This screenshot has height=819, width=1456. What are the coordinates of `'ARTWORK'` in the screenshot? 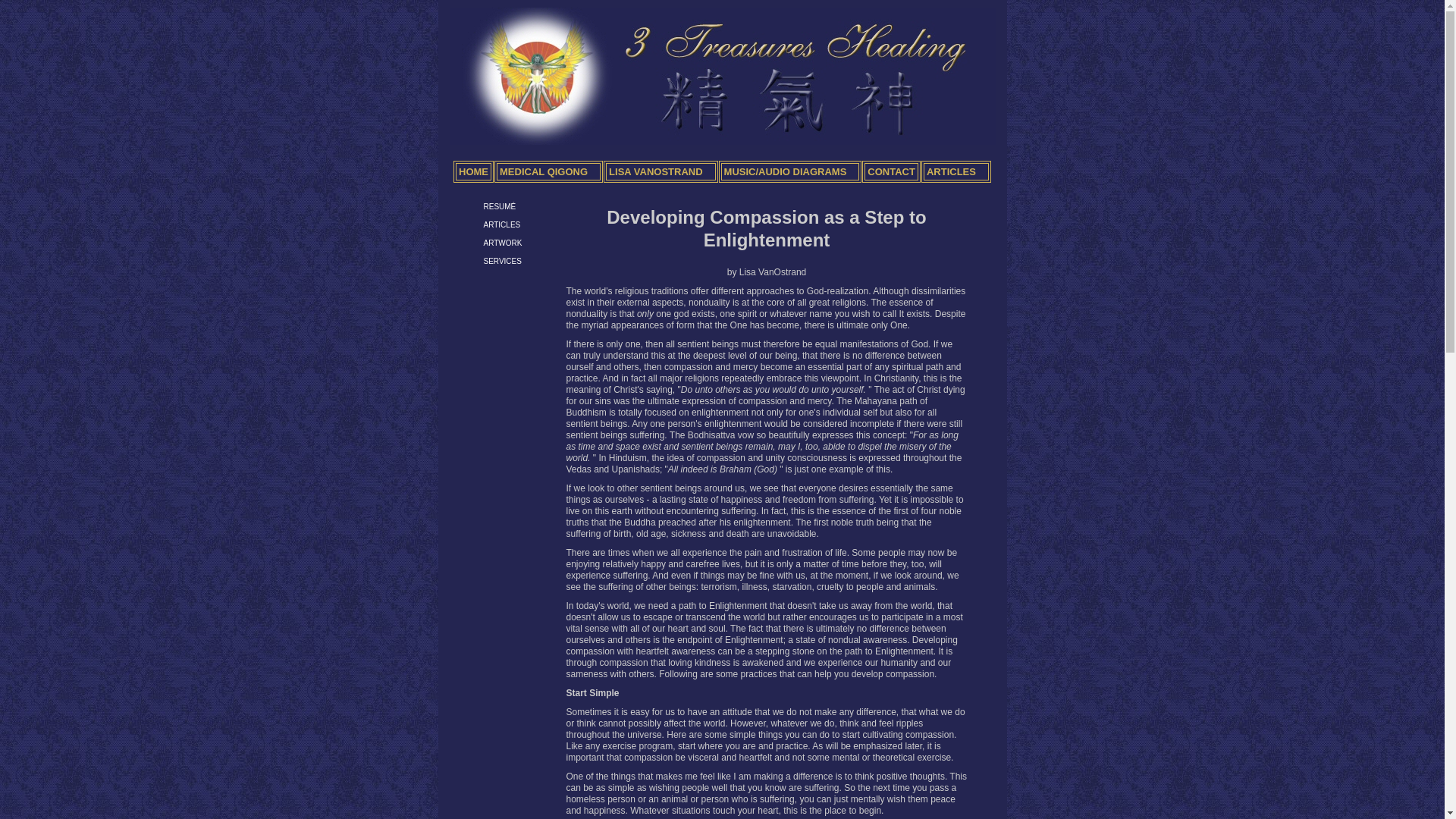 It's located at (483, 242).